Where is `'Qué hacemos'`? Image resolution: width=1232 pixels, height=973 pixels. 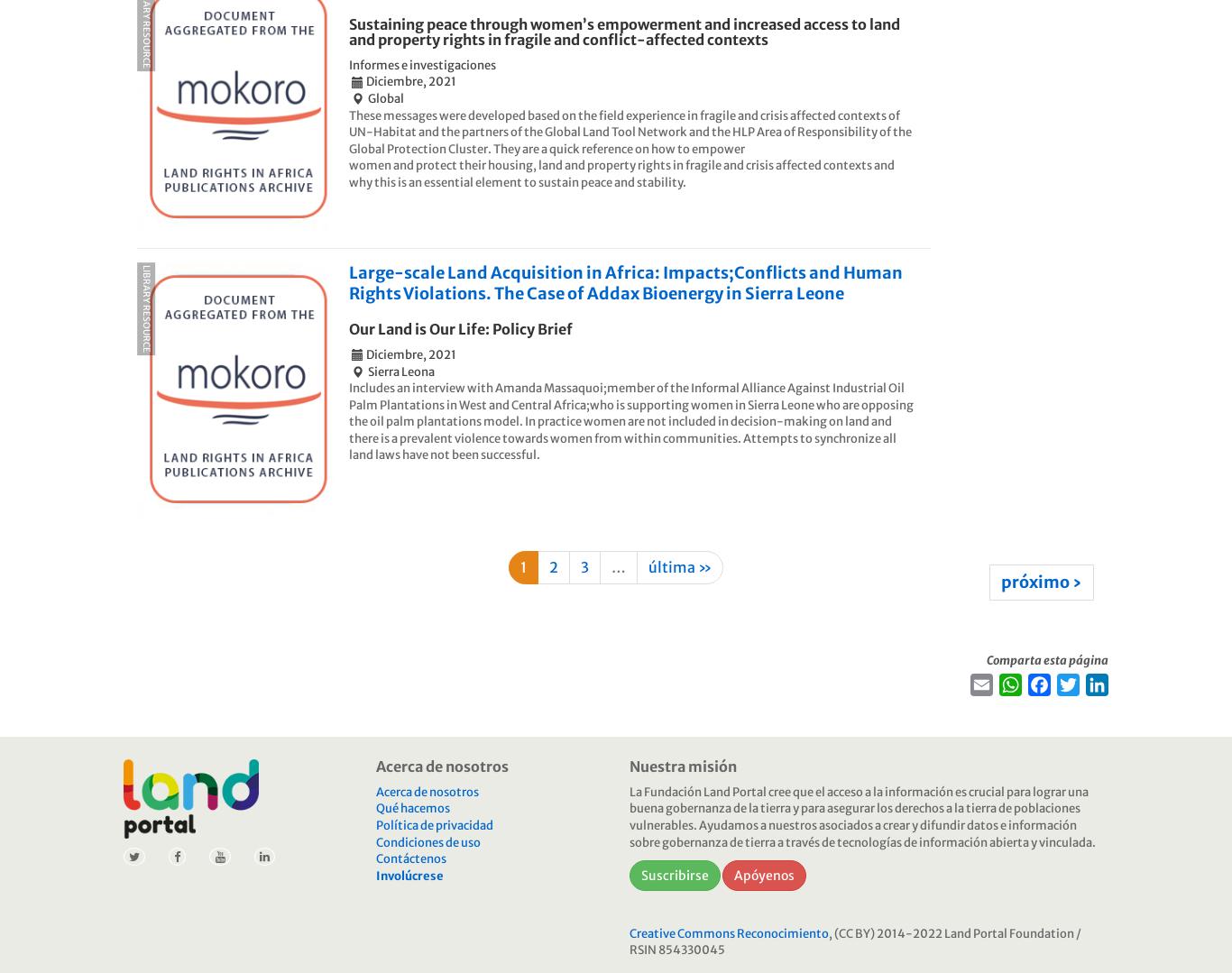
'Qué hacemos' is located at coordinates (375, 807).